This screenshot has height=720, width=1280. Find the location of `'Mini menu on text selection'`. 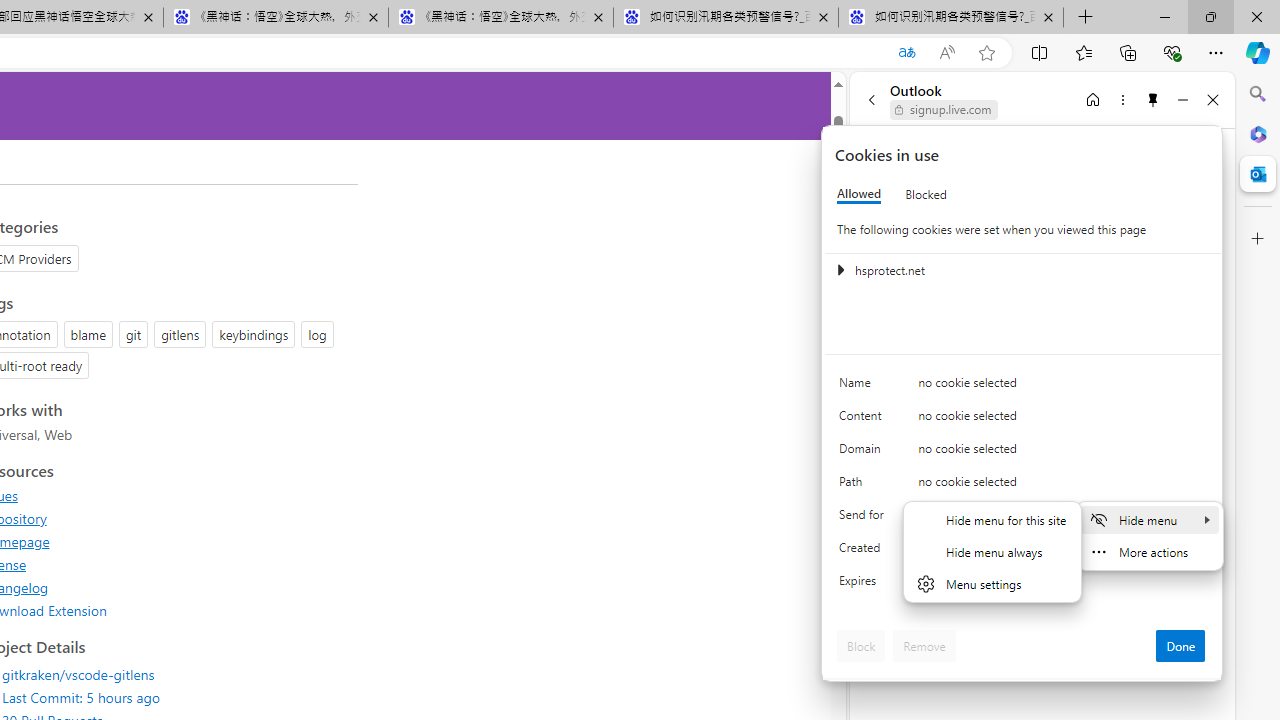

'Mini menu on text selection' is located at coordinates (1149, 535).